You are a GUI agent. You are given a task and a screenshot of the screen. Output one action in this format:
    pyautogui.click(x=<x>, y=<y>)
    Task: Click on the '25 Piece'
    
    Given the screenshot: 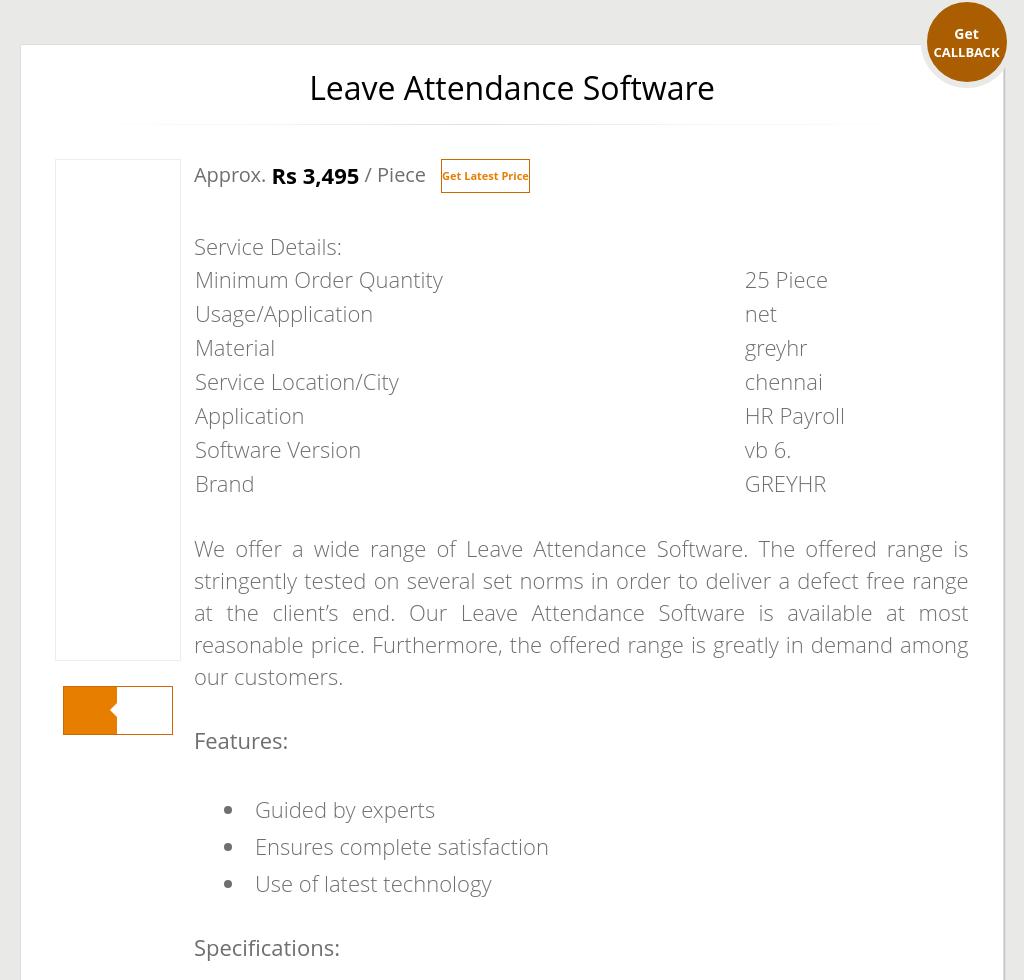 What is the action you would take?
    pyautogui.click(x=786, y=279)
    